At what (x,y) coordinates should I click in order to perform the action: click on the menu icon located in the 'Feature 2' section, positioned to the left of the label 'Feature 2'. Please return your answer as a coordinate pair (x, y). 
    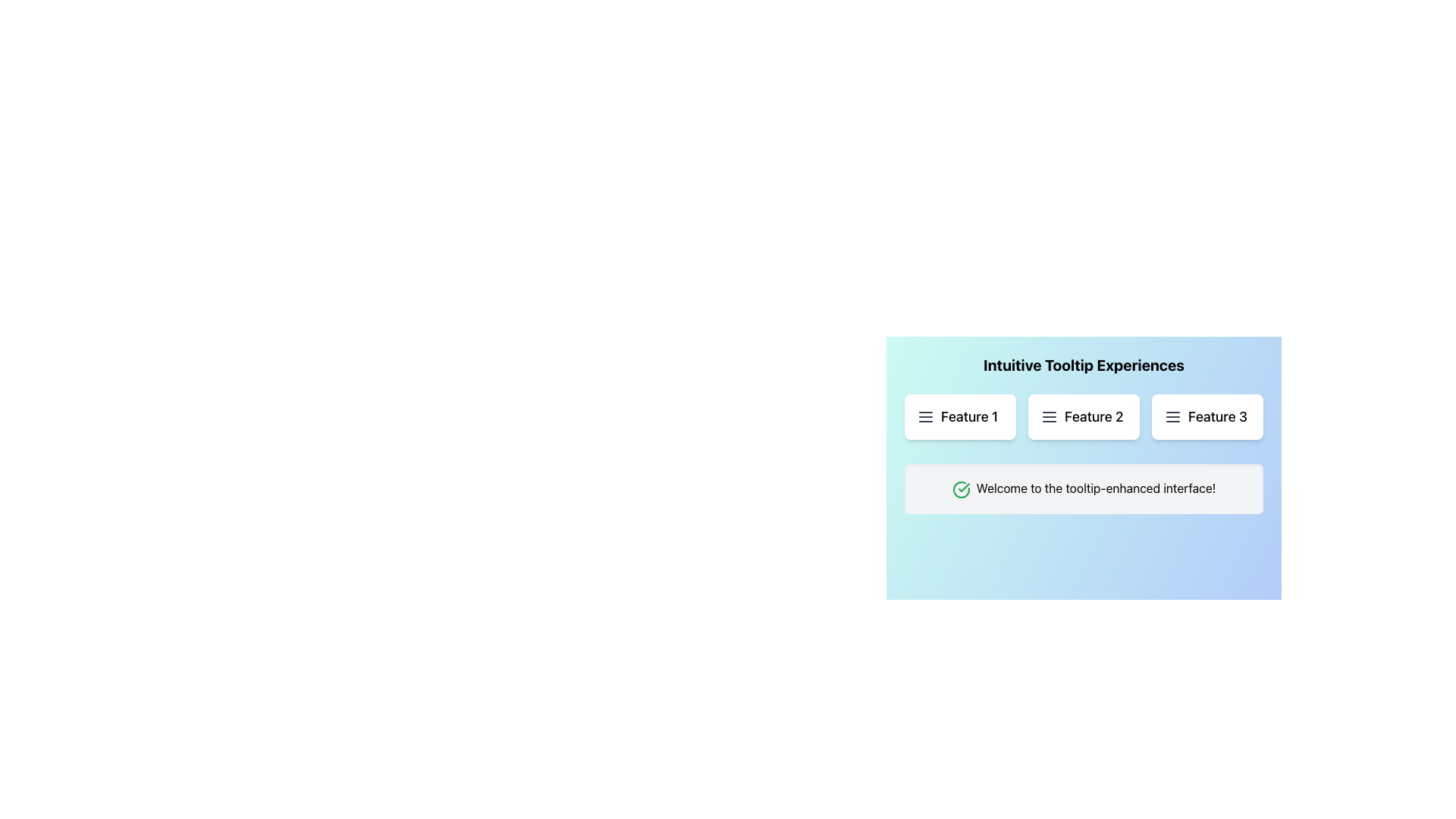
    Looking at the image, I should click on (1048, 417).